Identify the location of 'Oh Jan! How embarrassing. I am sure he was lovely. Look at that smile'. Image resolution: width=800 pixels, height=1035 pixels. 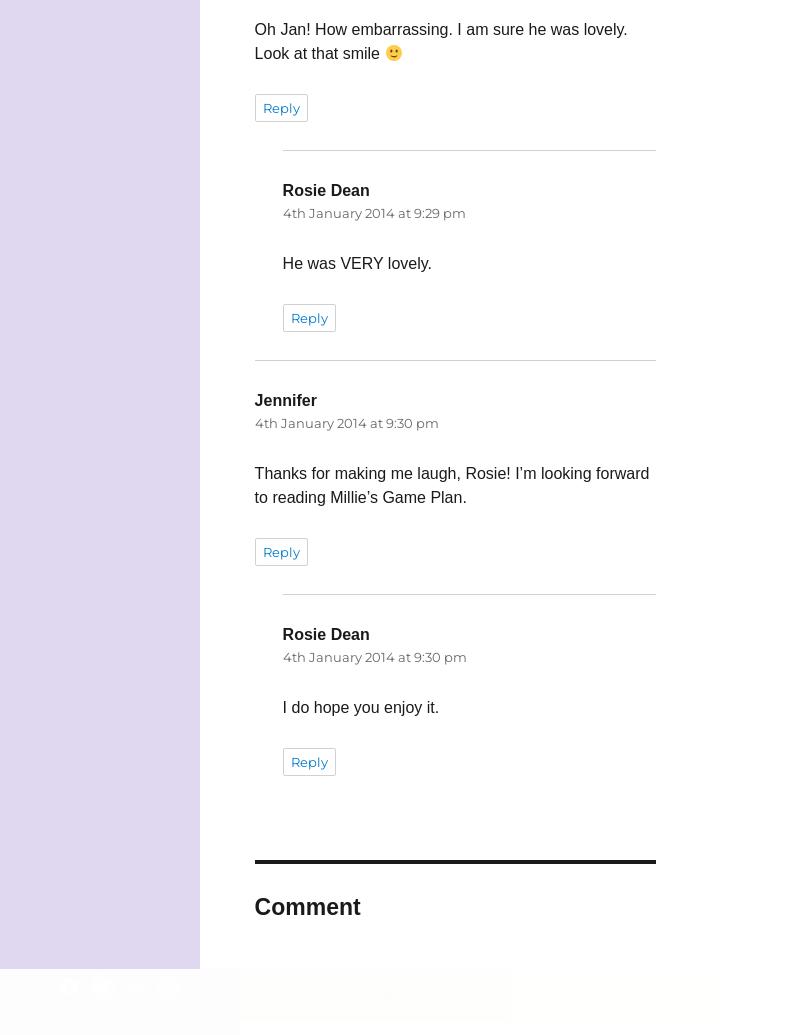
(439, 41).